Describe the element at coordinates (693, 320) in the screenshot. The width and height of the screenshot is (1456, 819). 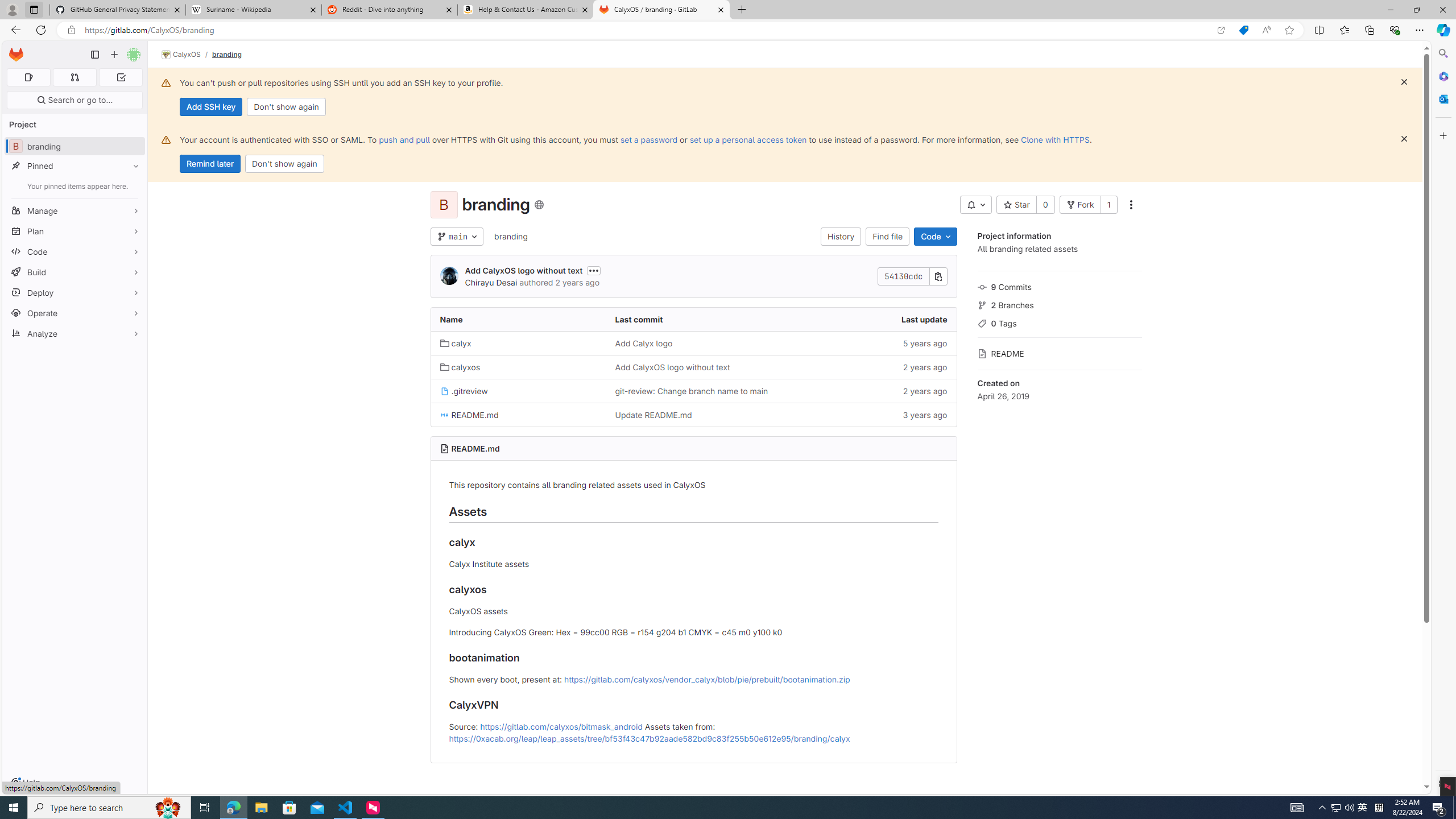
I see `'Last commit'` at that location.